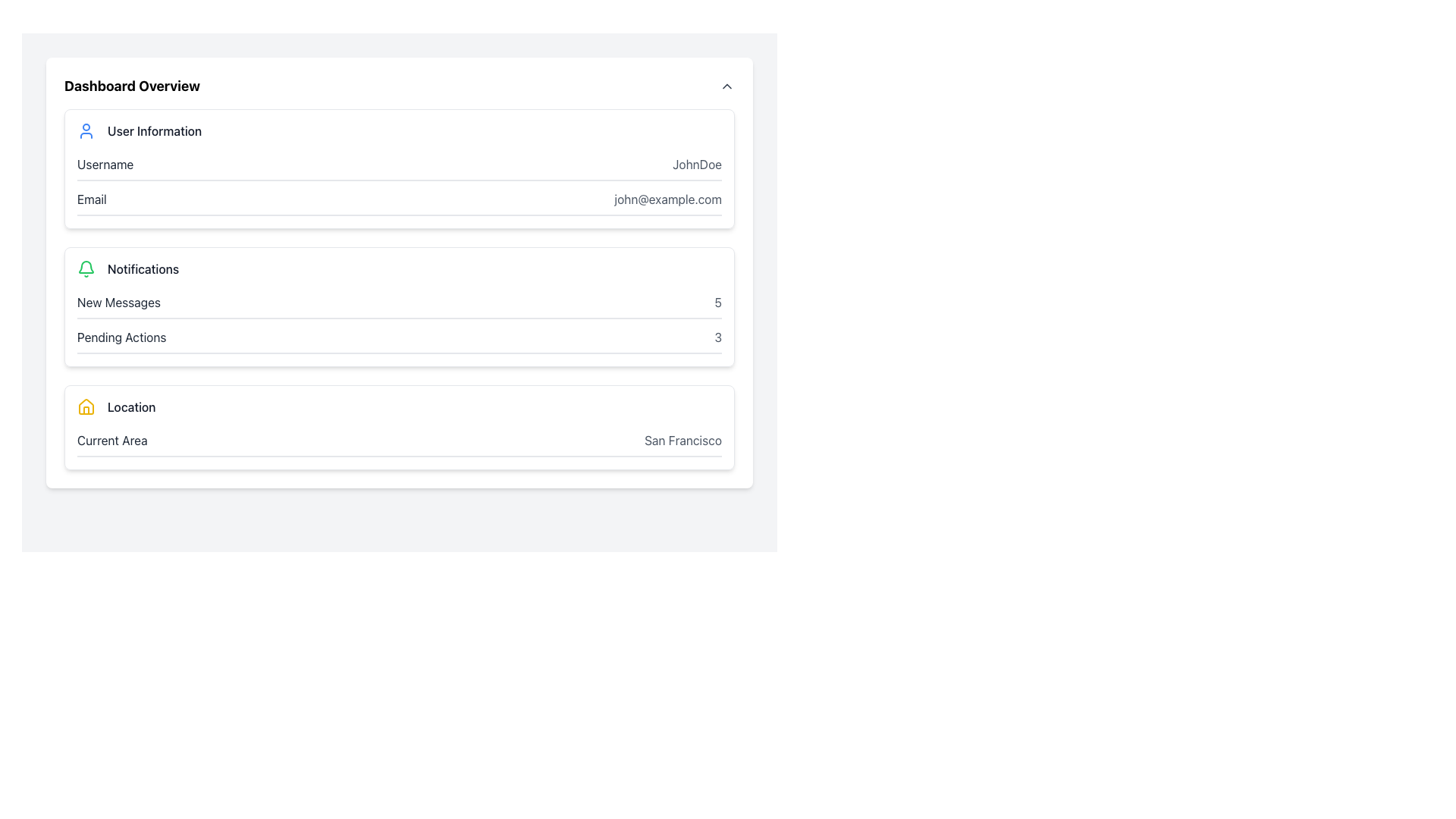 This screenshot has width=1456, height=819. I want to click on the 'Pending Actions' text label located in the notifications section of the dashboard to read its content, so click(121, 336).